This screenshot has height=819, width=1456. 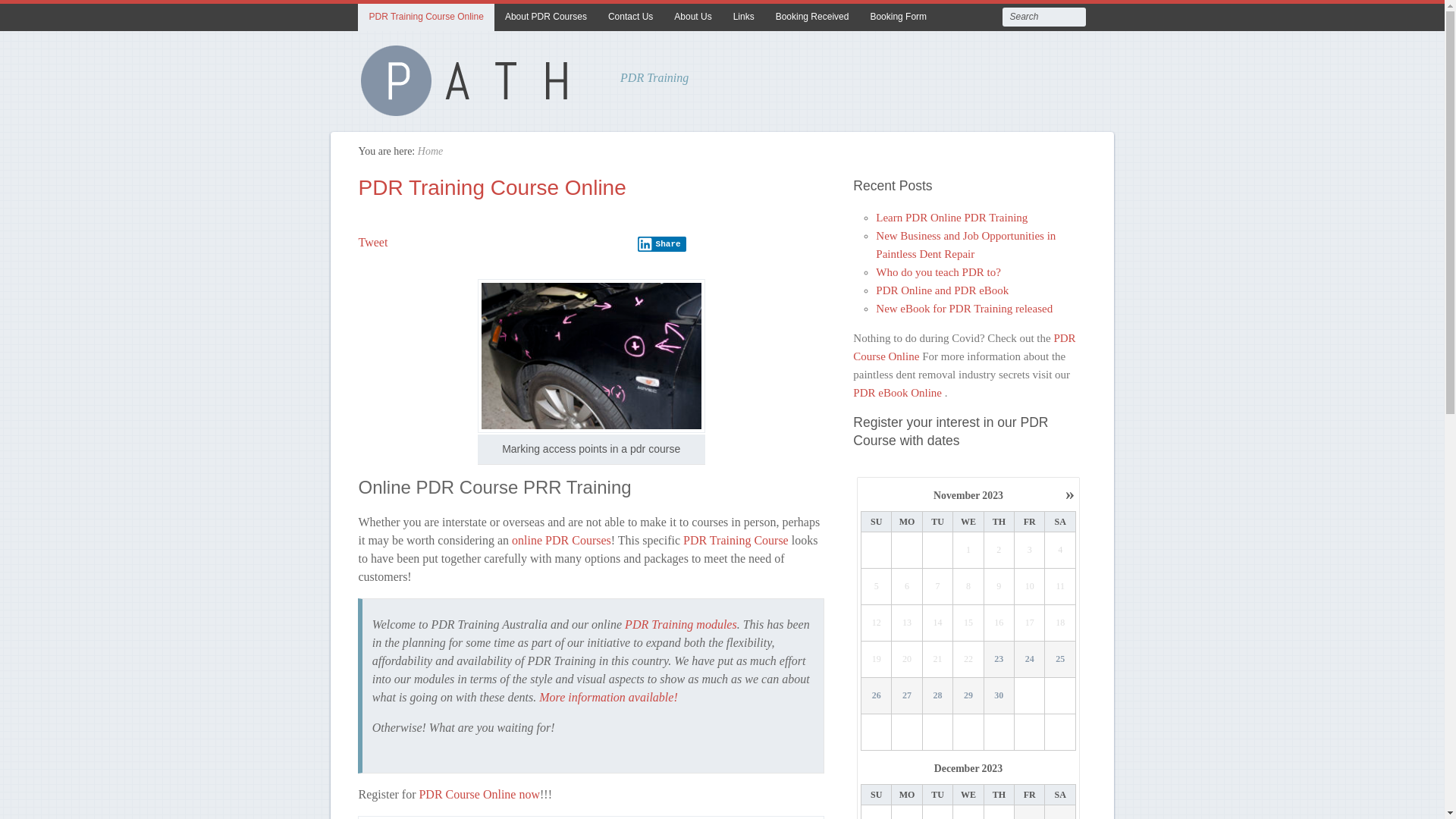 What do you see at coordinates (1030, 623) in the screenshot?
I see `'17'` at bounding box center [1030, 623].